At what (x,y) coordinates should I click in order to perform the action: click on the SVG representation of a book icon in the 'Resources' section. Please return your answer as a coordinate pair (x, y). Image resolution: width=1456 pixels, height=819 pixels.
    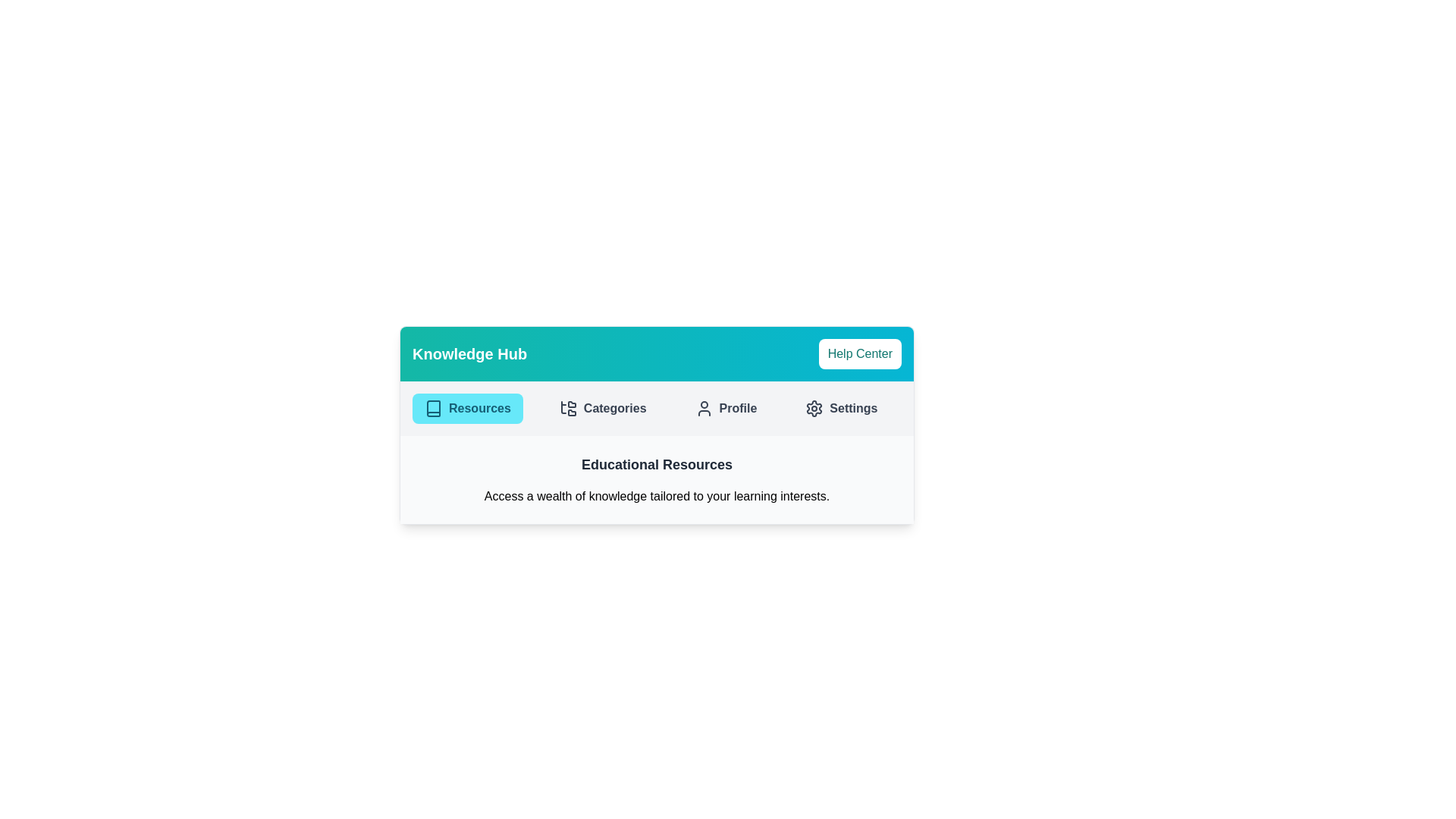
    Looking at the image, I should click on (432, 408).